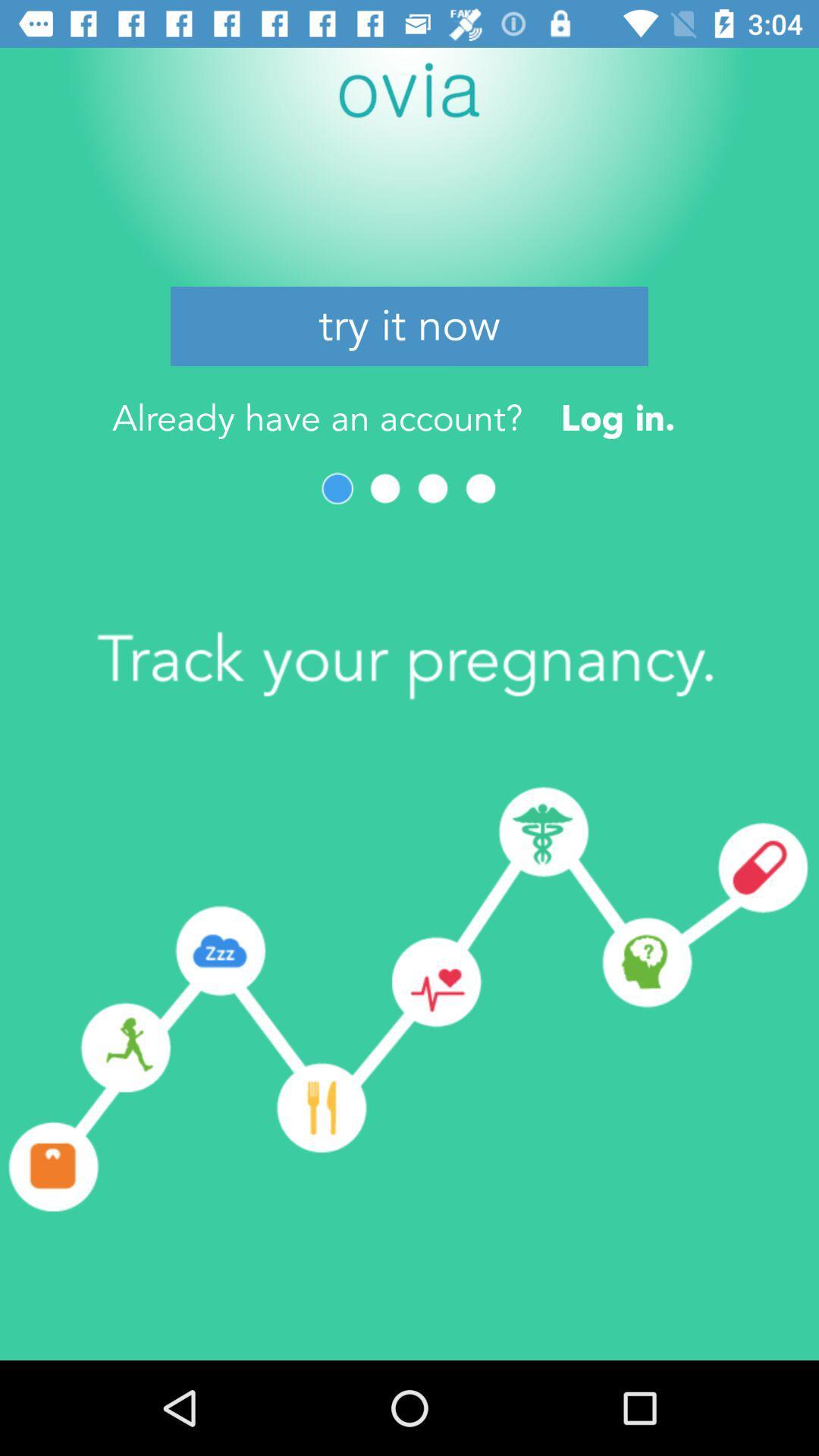 The image size is (819, 1456). Describe the element at coordinates (337, 488) in the screenshot. I see `icon below already have an item` at that location.